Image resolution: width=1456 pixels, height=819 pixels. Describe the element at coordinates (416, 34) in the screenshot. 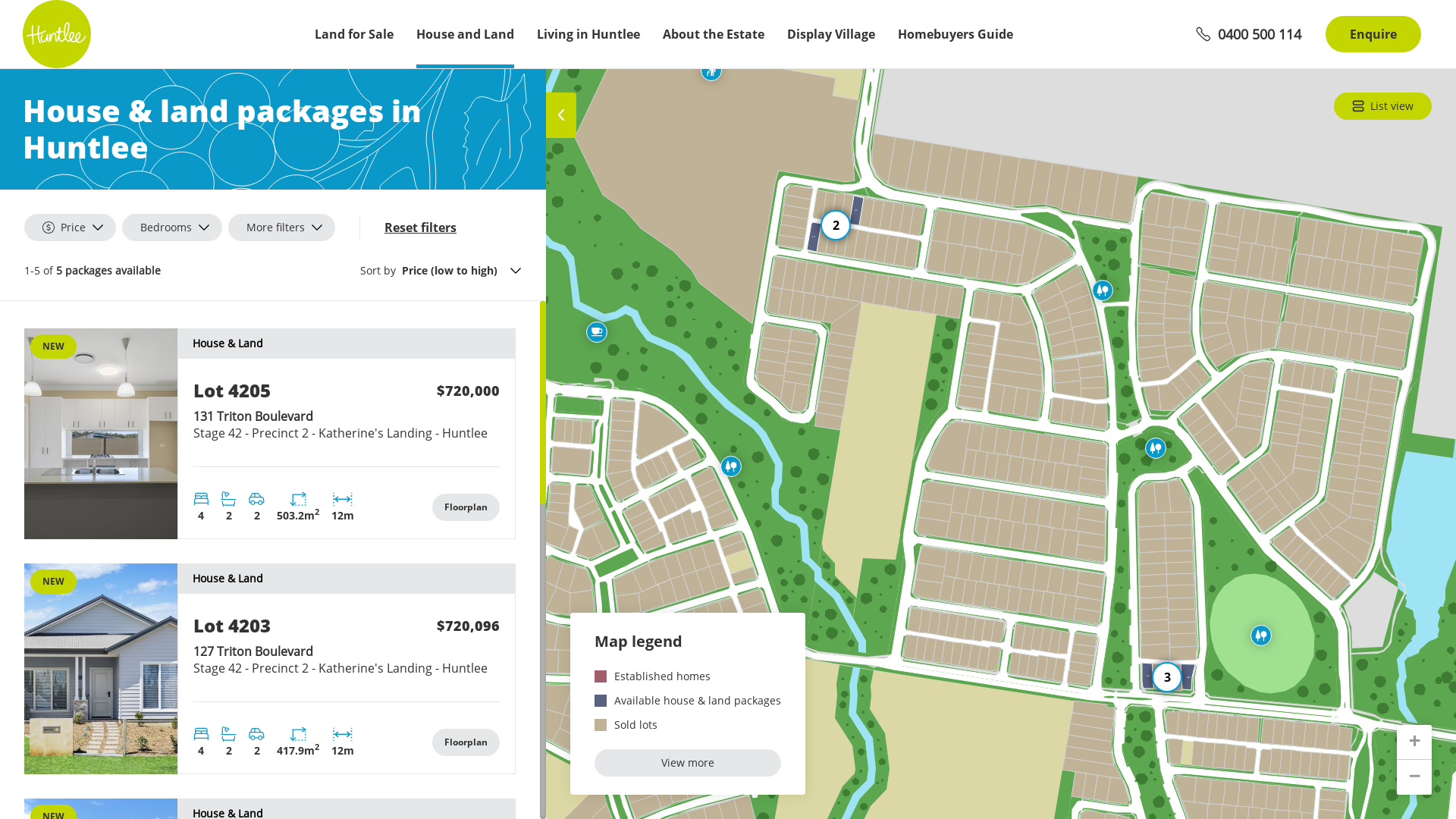

I see `'House and Land'` at that location.